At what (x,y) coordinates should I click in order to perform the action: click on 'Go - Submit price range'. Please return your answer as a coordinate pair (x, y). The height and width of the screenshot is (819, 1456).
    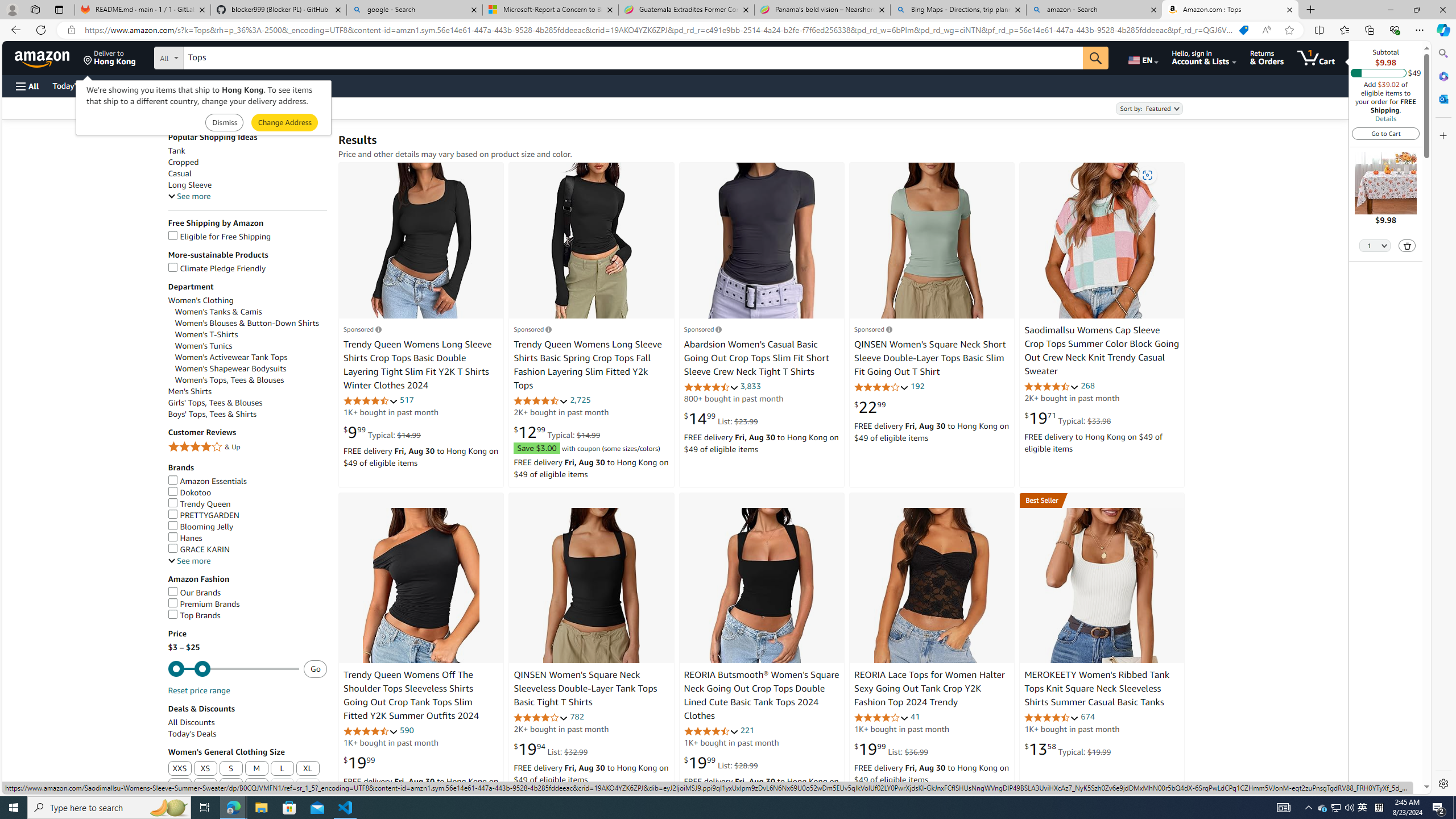
    Looking at the image, I should click on (315, 668).